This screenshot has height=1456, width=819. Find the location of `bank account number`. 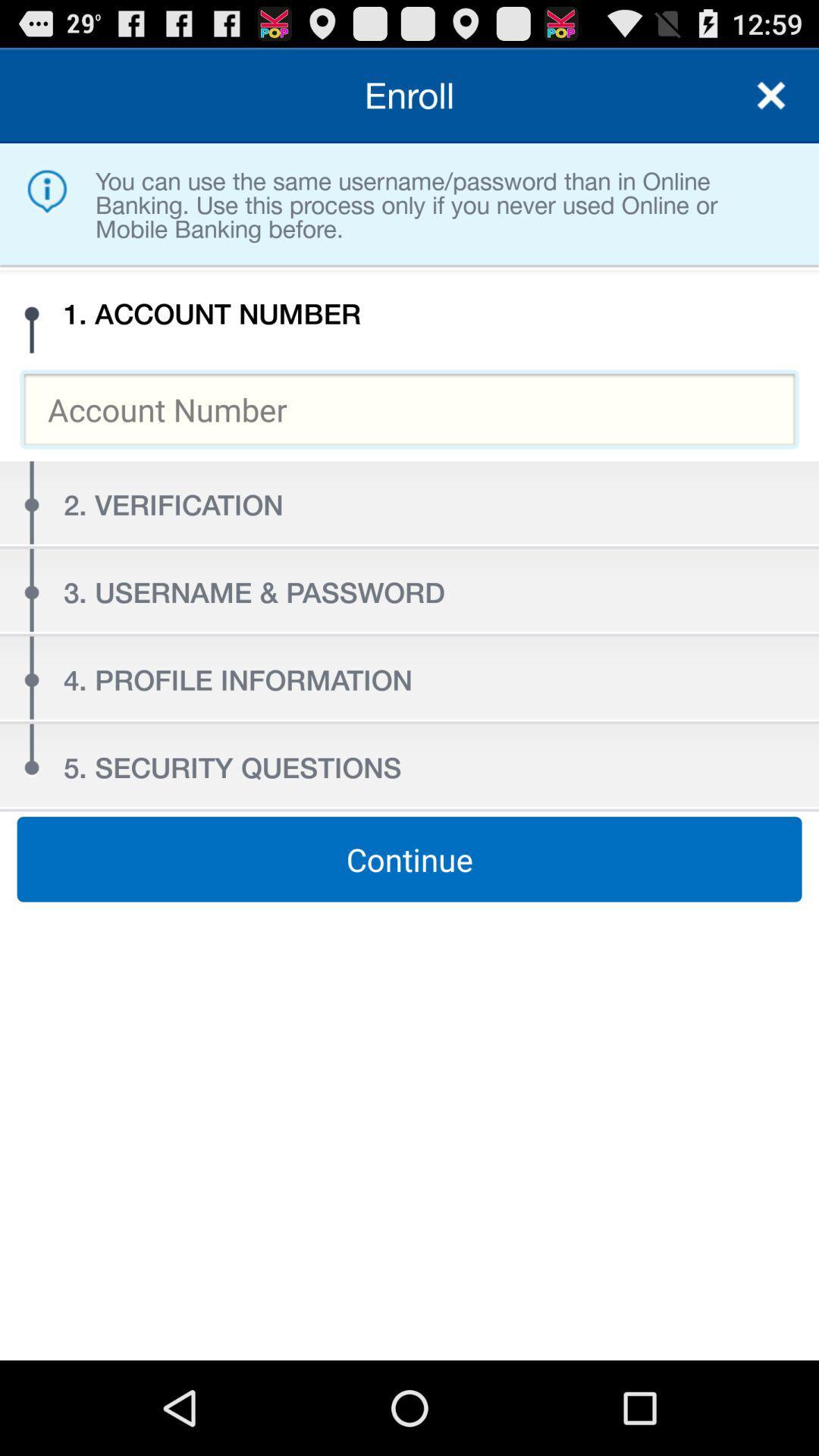

bank account number is located at coordinates (409, 409).